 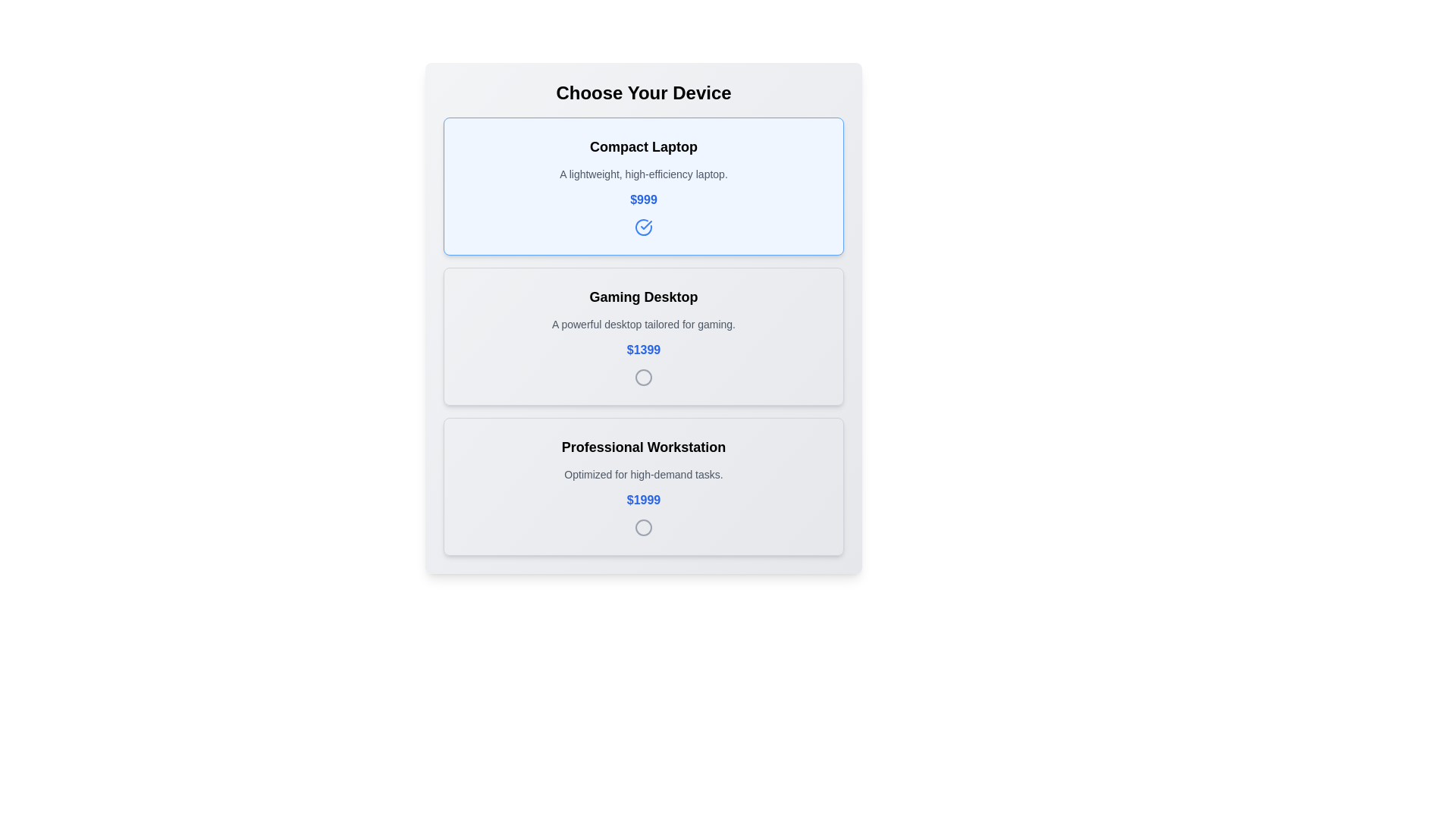 I want to click on the graphical icon that indicates selection or confirmation for the 'Compact Laptop' option, located directly below the '$999' price text, so click(x=644, y=227).